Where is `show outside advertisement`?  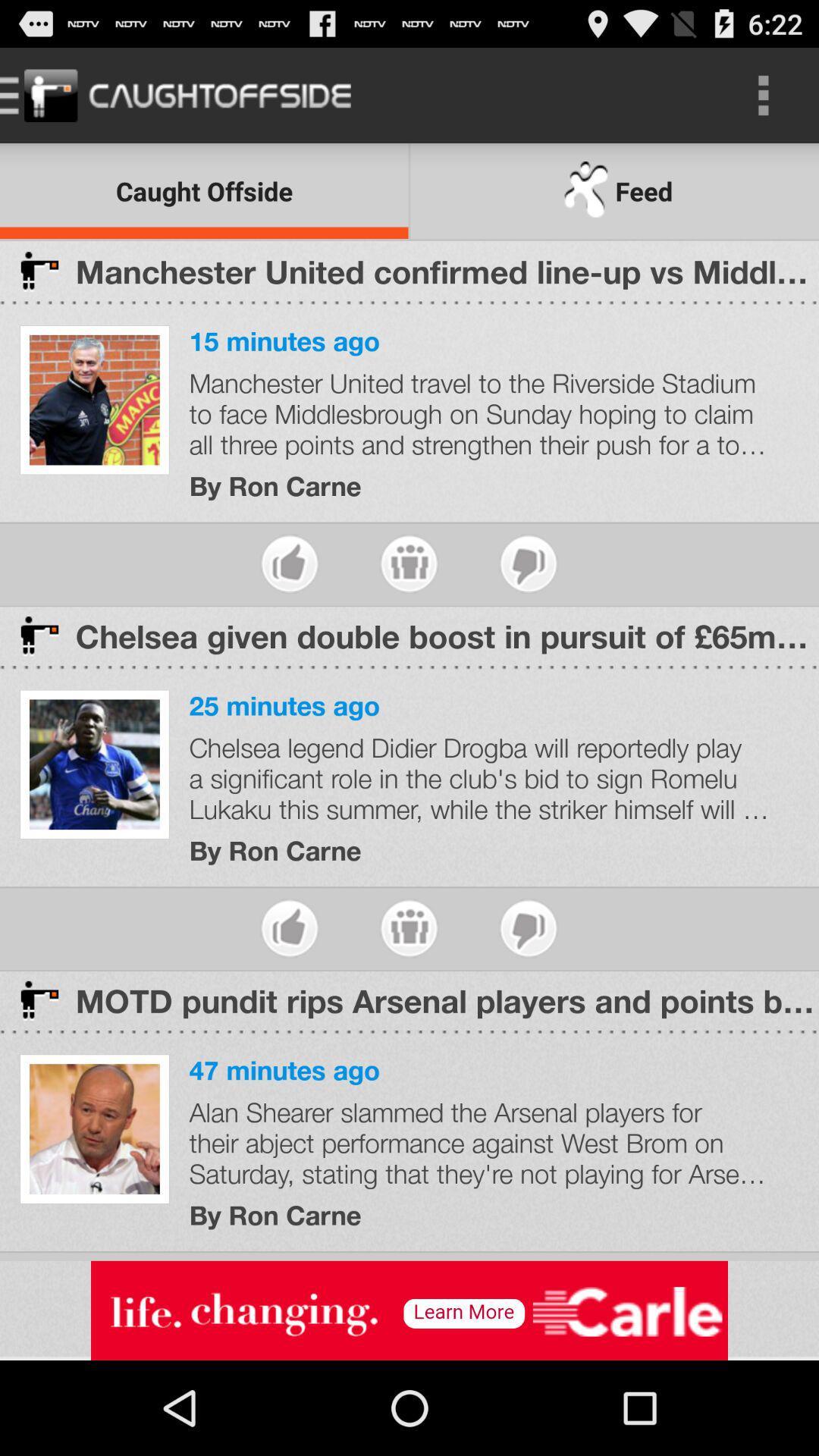 show outside advertisement is located at coordinates (409, 1310).